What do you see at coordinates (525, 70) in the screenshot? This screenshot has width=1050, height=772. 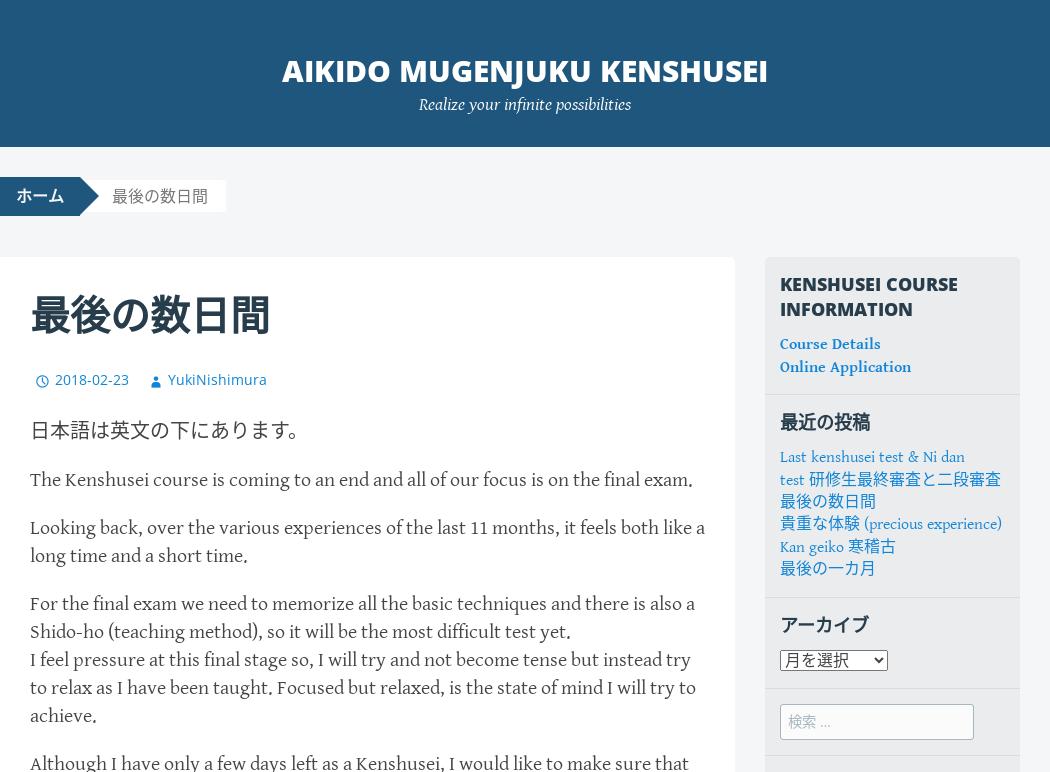 I see `'Aikido Mugenjuku Kenshusei'` at bounding box center [525, 70].